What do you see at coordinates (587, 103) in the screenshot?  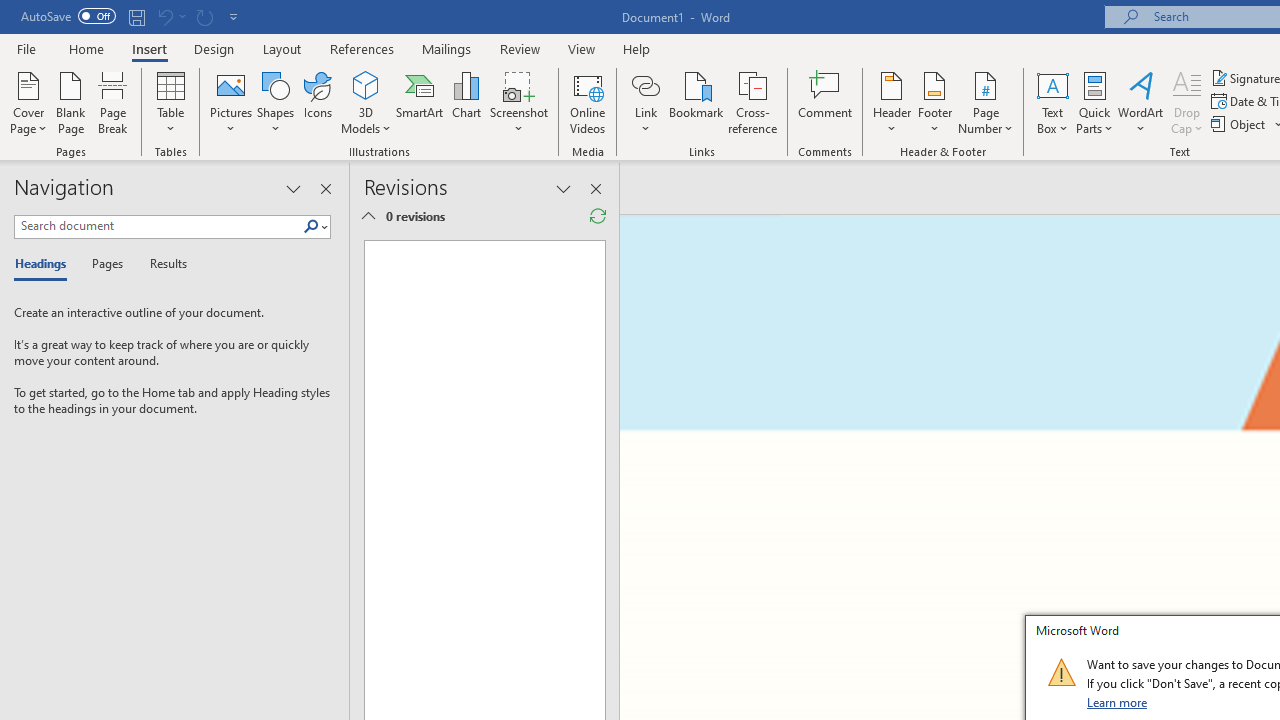 I see `'Online Videos...'` at bounding box center [587, 103].